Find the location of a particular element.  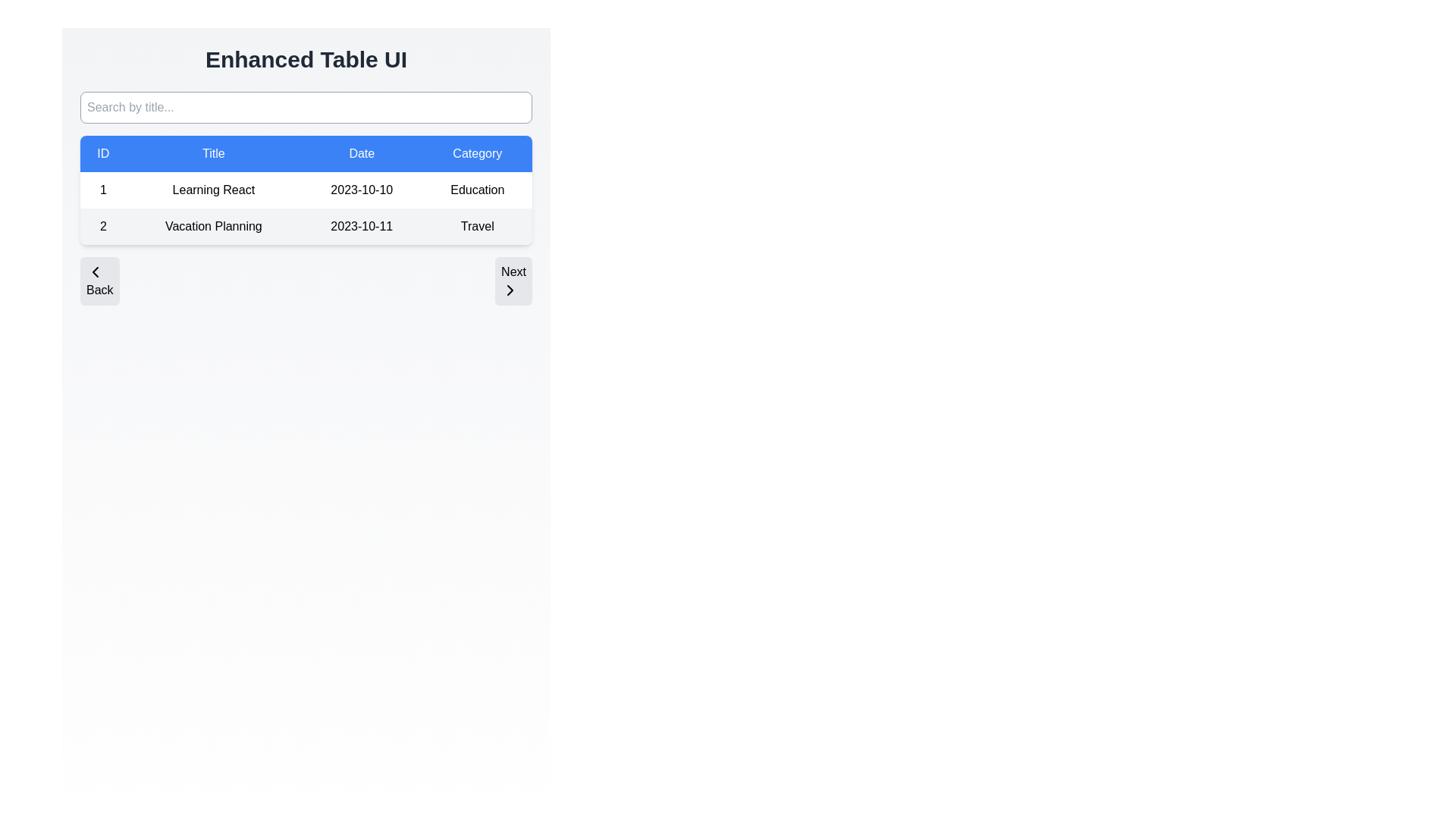

the 'Learning React' text label in the second column of the first row of the table is located at coordinates (212, 189).